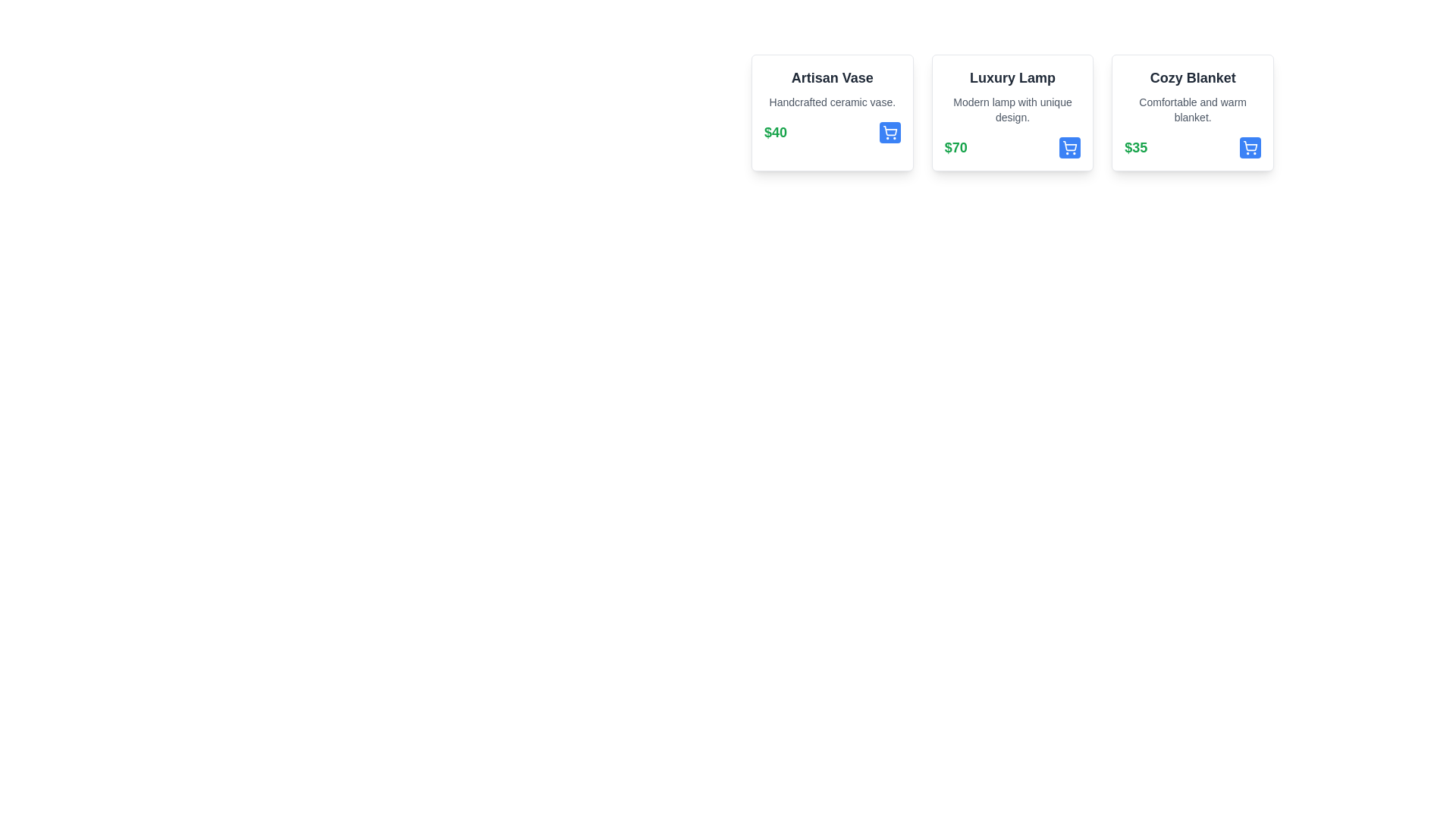  Describe the element at coordinates (831, 102) in the screenshot. I see `the text label that reads 'Handcrafted ceramic vase.' which is located below the title 'Artisan Vase' and above the price '$40' in a bordered, white card` at that location.